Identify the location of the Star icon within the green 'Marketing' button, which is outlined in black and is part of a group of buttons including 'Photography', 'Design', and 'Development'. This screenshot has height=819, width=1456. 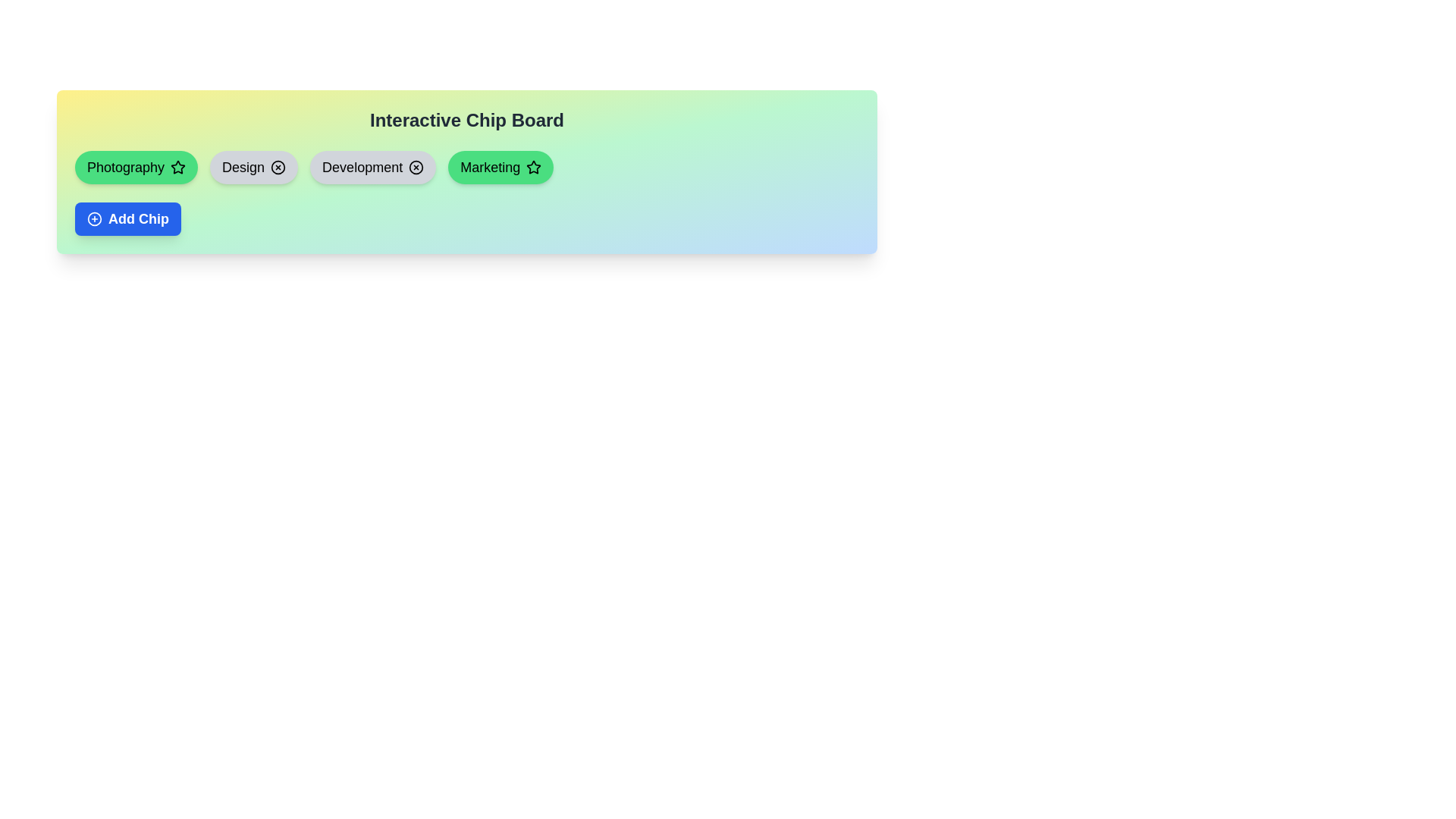
(534, 167).